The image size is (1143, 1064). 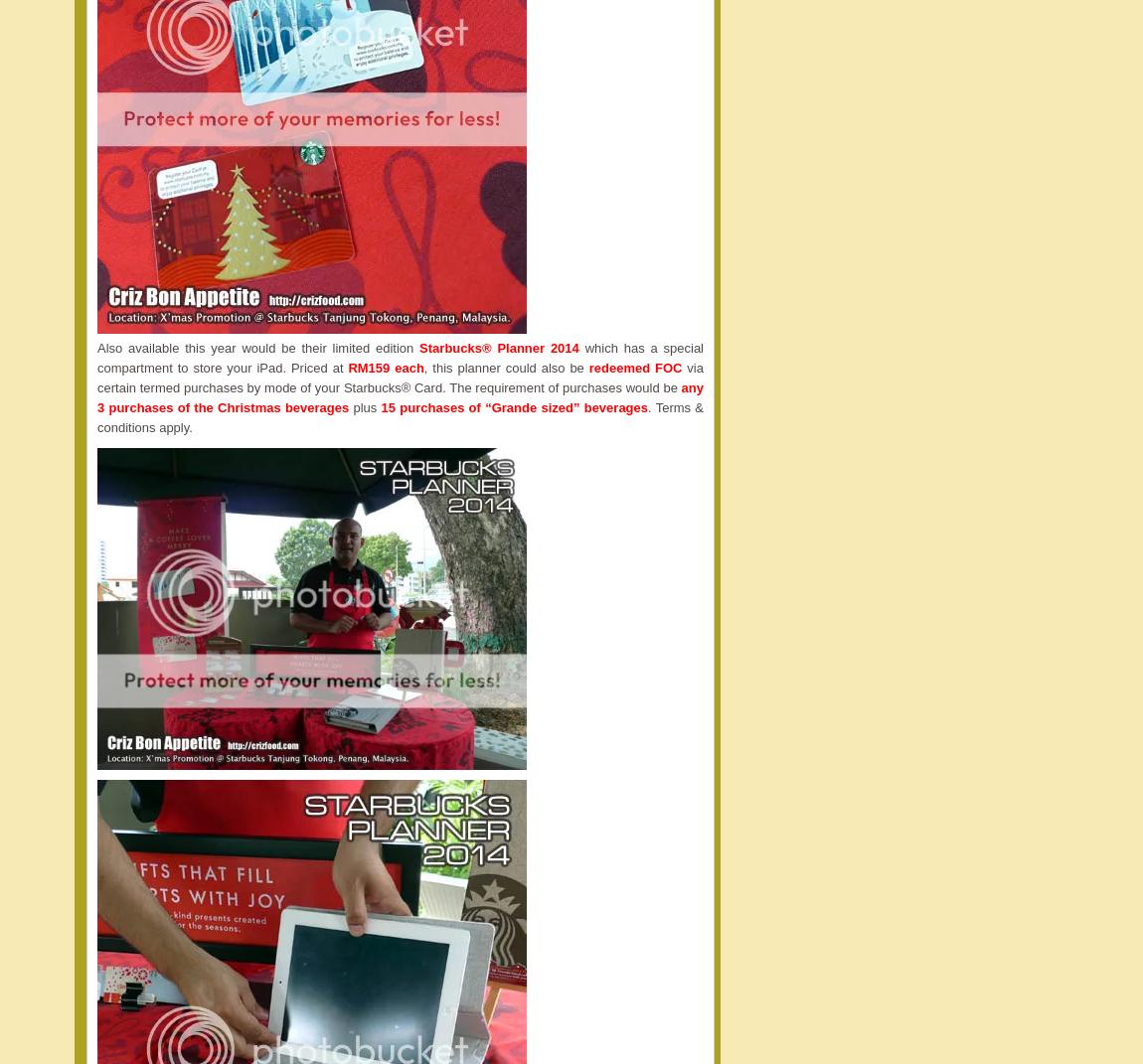 I want to click on 'any 3 purchases of the Christmas beverages', so click(x=400, y=397).